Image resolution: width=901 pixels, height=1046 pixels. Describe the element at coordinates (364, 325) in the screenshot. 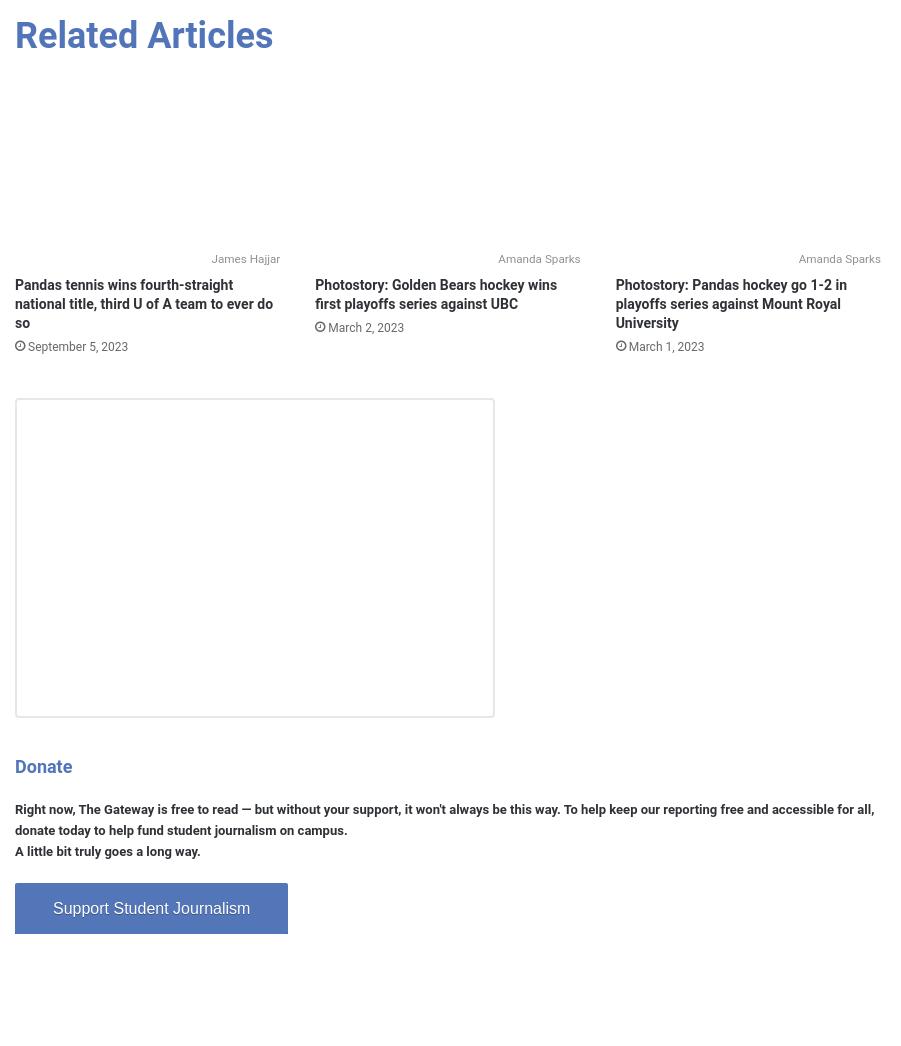

I see `'March 2, 2023'` at that location.